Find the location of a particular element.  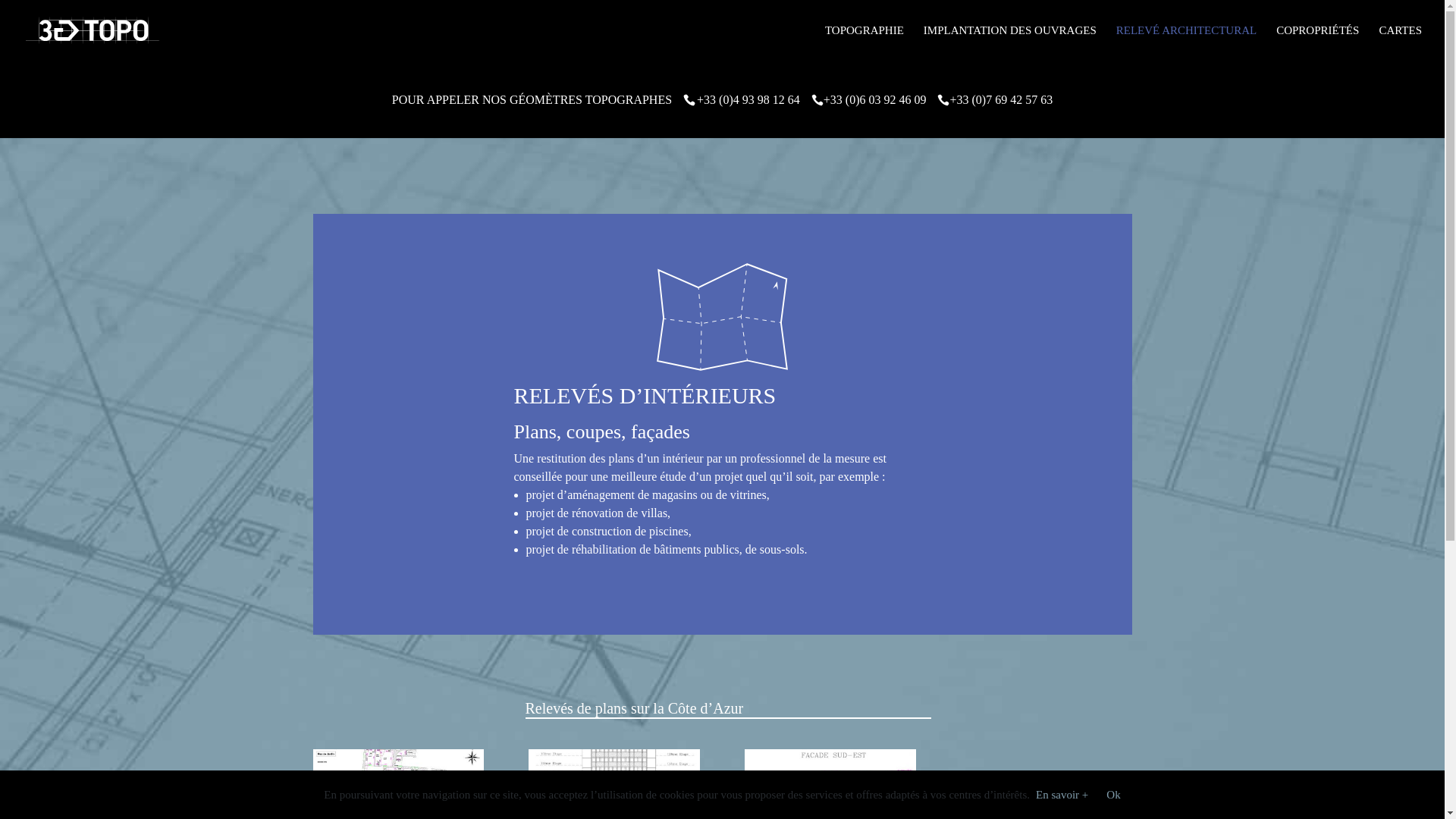

'CARTES' is located at coordinates (1399, 42).